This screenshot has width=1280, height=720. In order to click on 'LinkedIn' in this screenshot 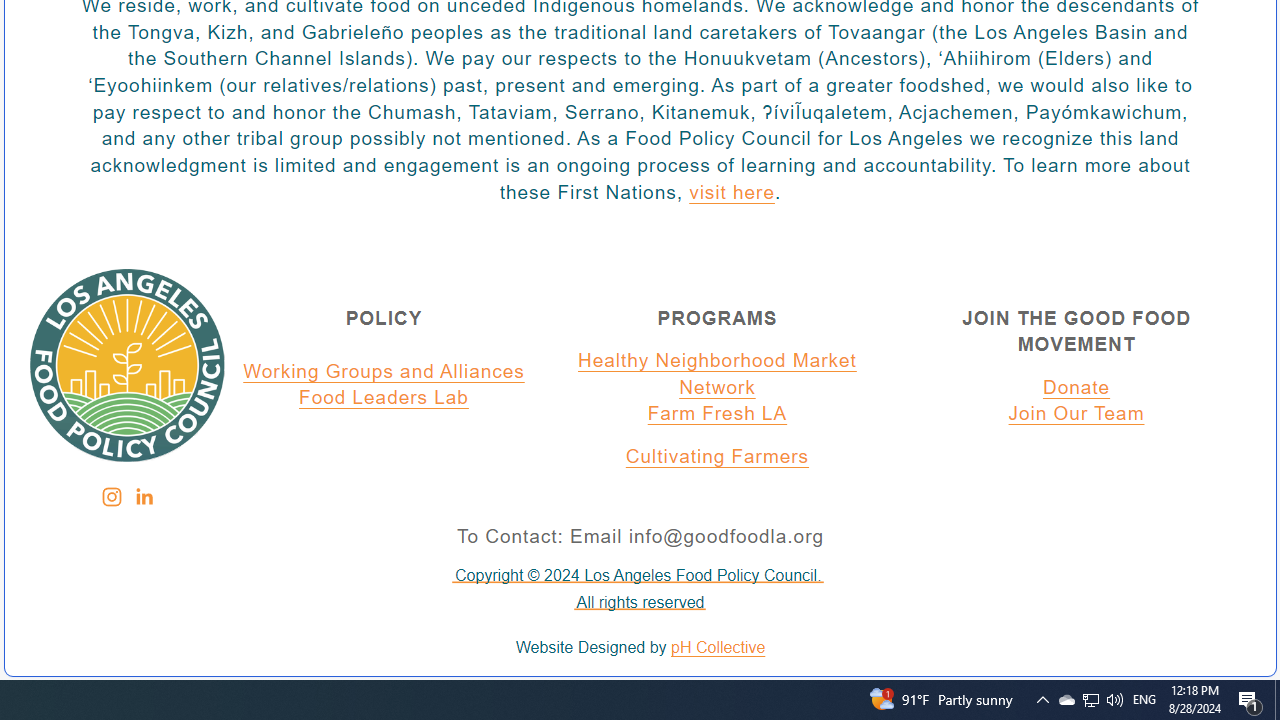, I will do `click(142, 496)`.